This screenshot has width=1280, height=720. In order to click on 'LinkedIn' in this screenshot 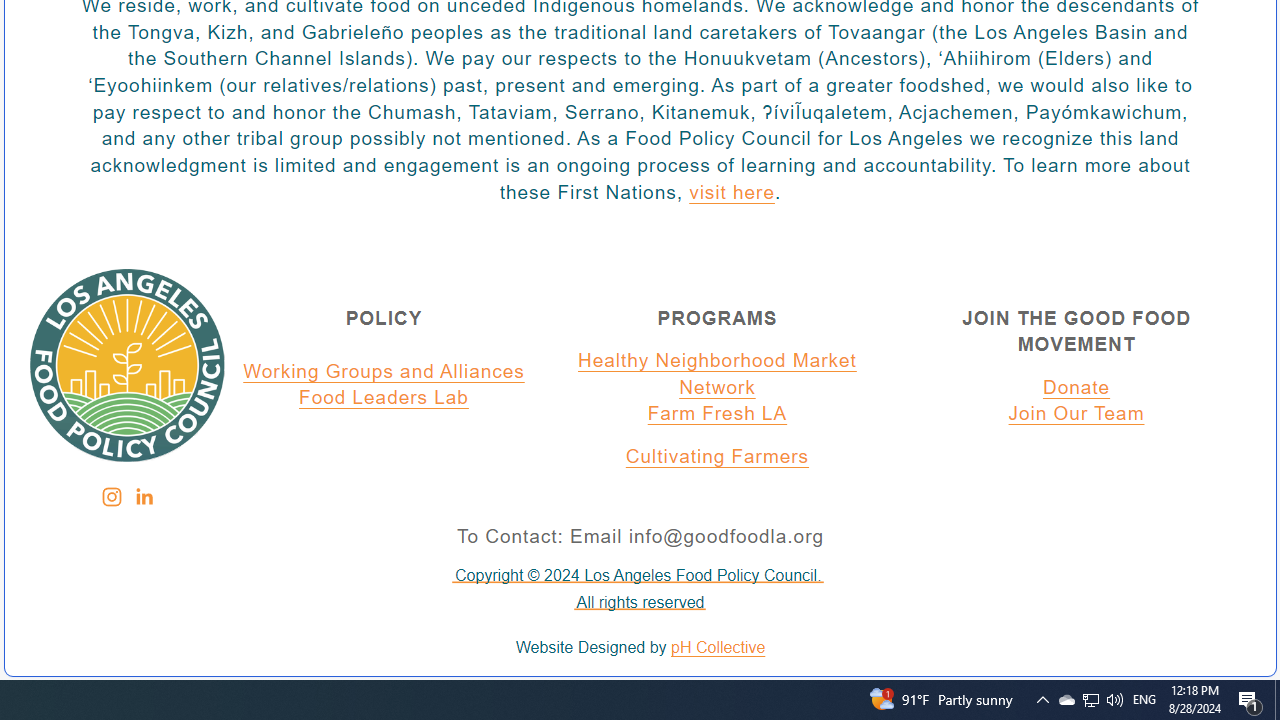, I will do `click(142, 496)`.